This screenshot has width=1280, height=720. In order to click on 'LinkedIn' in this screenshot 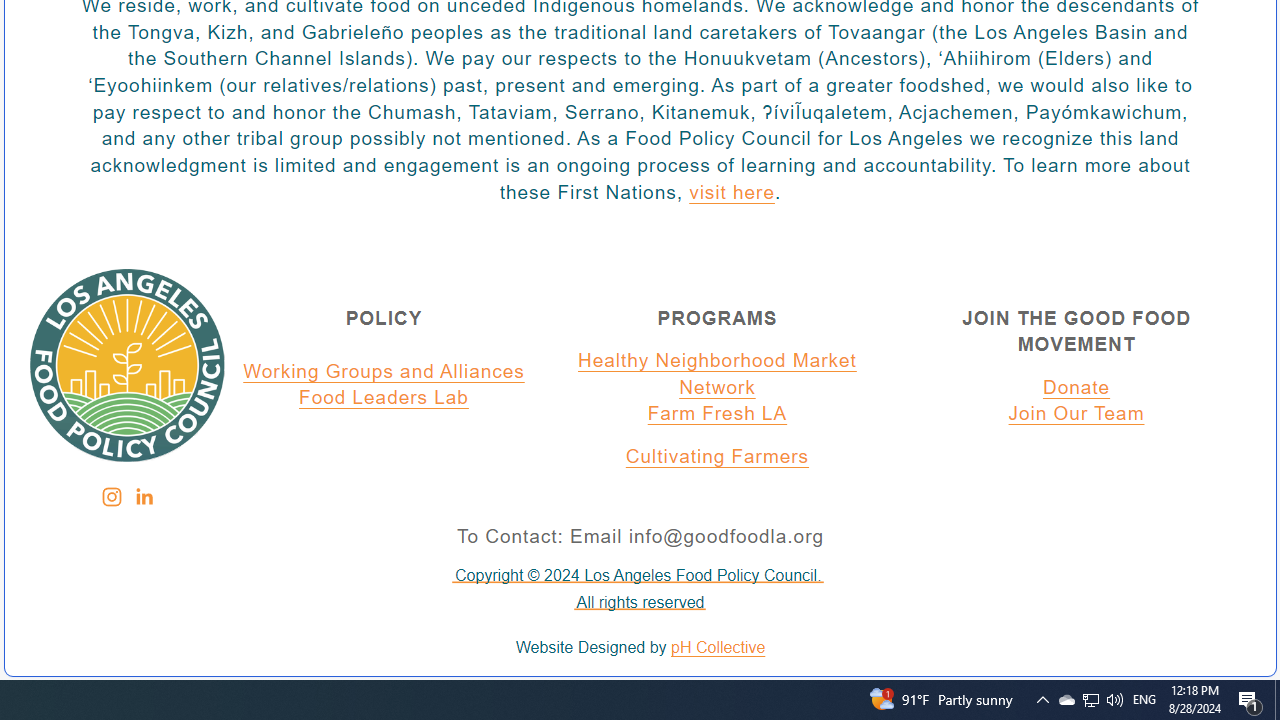, I will do `click(142, 496)`.